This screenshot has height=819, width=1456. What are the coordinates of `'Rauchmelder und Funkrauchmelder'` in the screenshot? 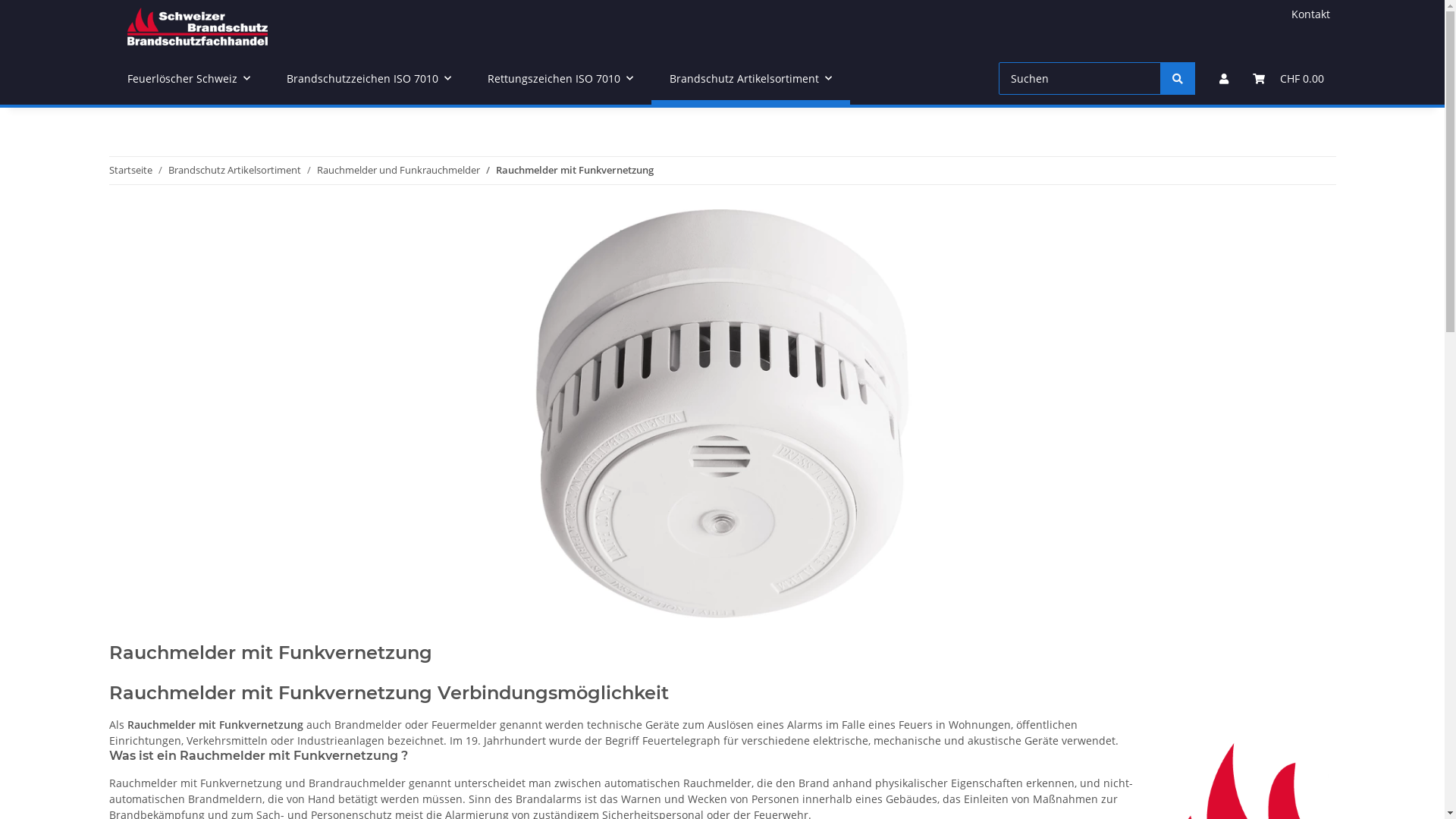 It's located at (315, 170).